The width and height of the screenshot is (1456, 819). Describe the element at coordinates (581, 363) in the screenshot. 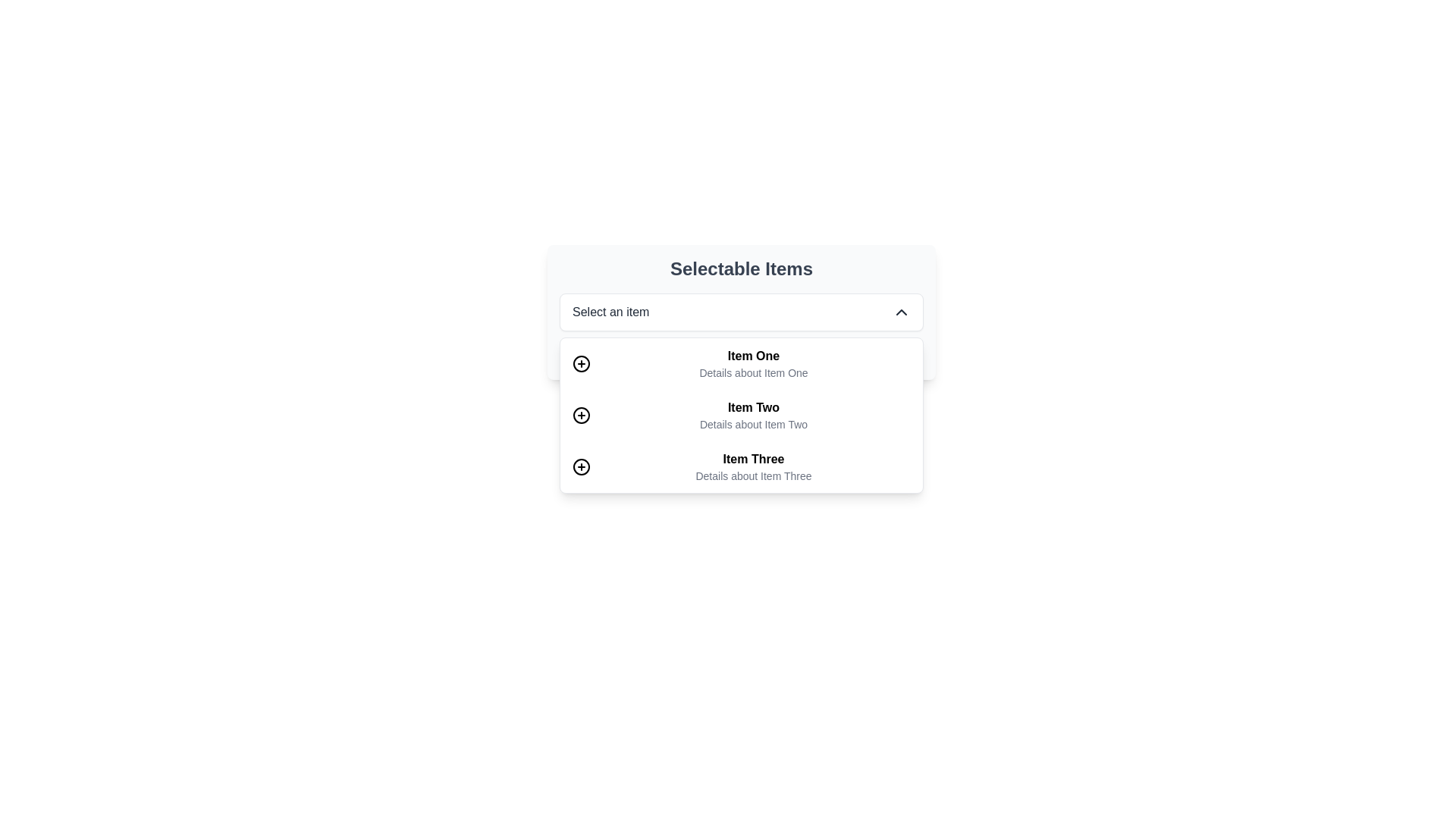

I see `the Circular Icon associated with 'Item One', which is the first icon in the vertical column next to the textual items` at that location.